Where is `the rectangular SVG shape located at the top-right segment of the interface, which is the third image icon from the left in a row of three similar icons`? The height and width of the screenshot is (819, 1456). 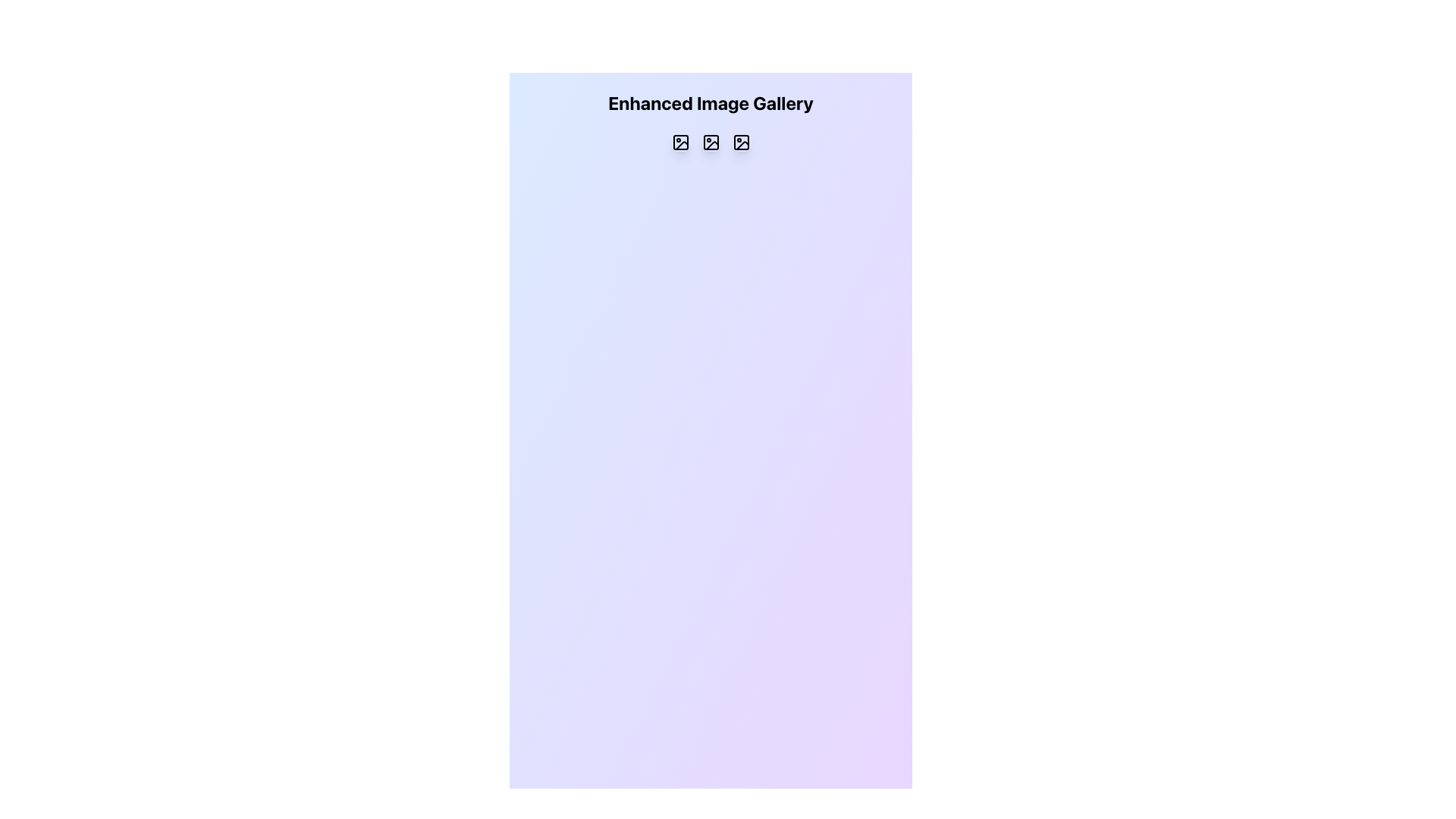 the rectangular SVG shape located at the top-right segment of the interface, which is the third image icon from the left in a row of three similar icons is located at coordinates (741, 143).